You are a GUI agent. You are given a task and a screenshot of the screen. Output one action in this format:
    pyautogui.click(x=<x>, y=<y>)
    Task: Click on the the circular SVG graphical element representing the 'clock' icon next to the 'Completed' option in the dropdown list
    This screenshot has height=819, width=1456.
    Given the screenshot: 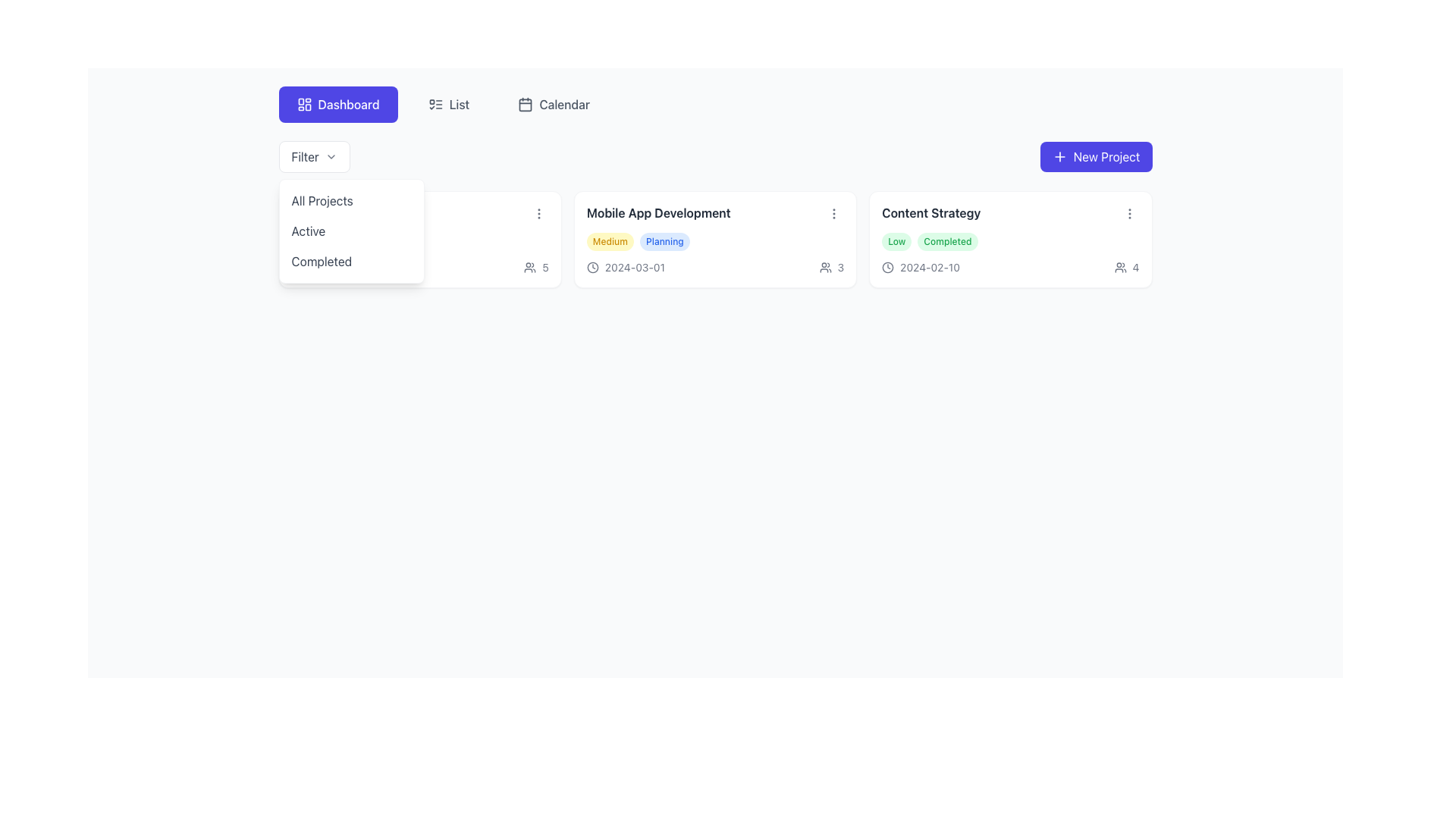 What is the action you would take?
    pyautogui.click(x=297, y=267)
    